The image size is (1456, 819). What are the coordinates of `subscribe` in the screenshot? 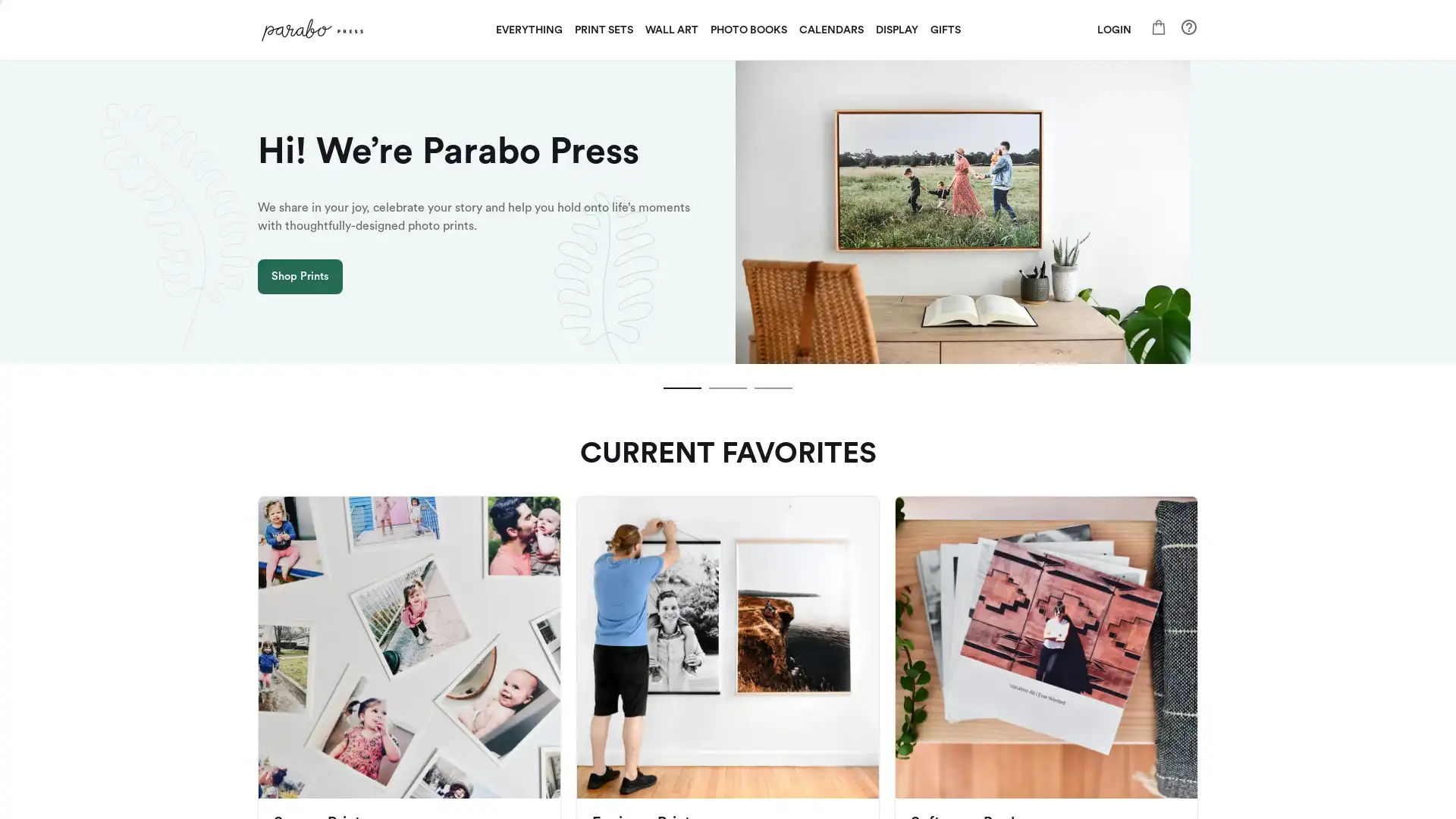 It's located at (833, 584).